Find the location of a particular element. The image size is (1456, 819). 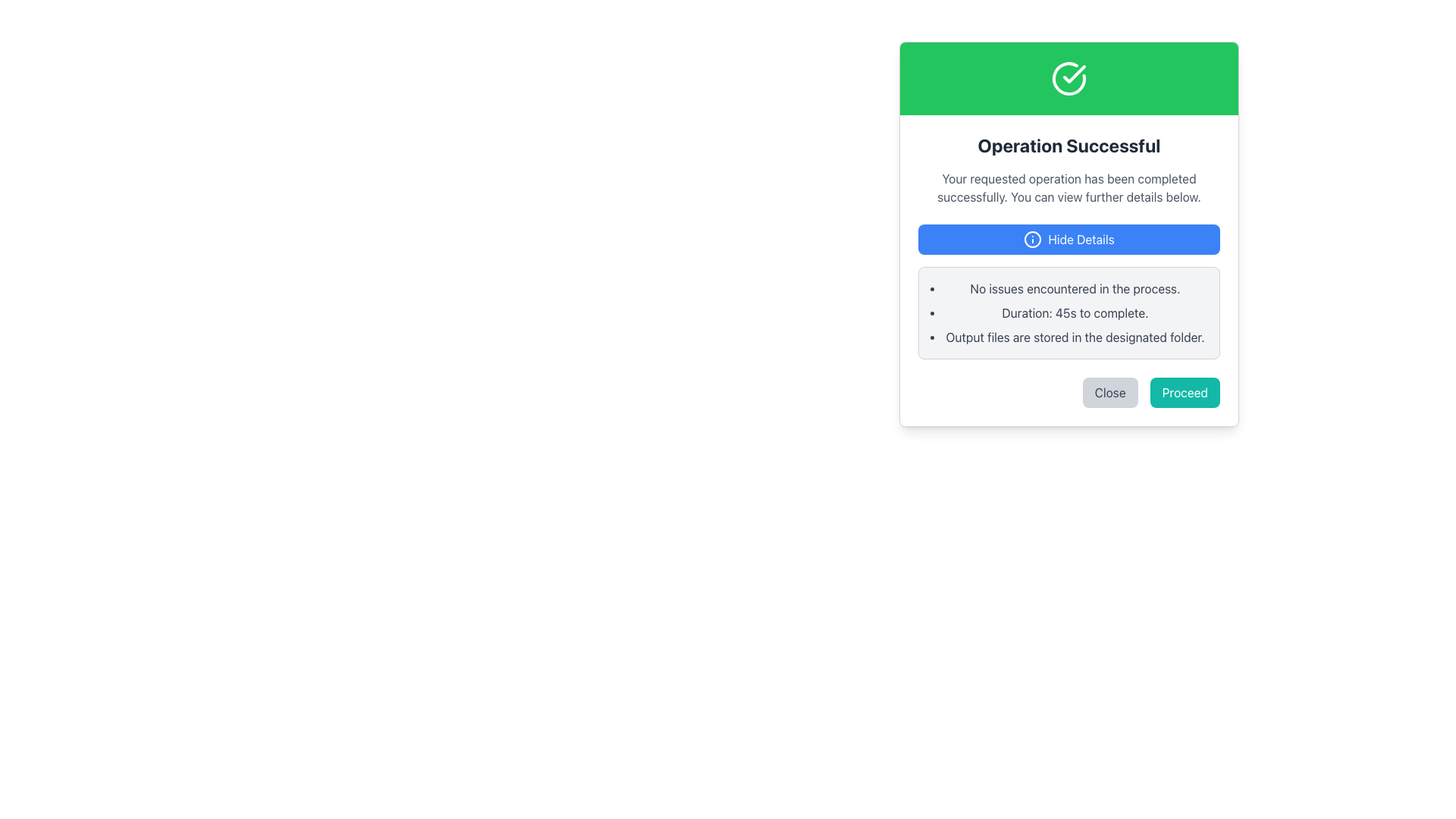

the button that collapses or hides detailed information displayed below it, observing the visual highlight effect is located at coordinates (1068, 239).